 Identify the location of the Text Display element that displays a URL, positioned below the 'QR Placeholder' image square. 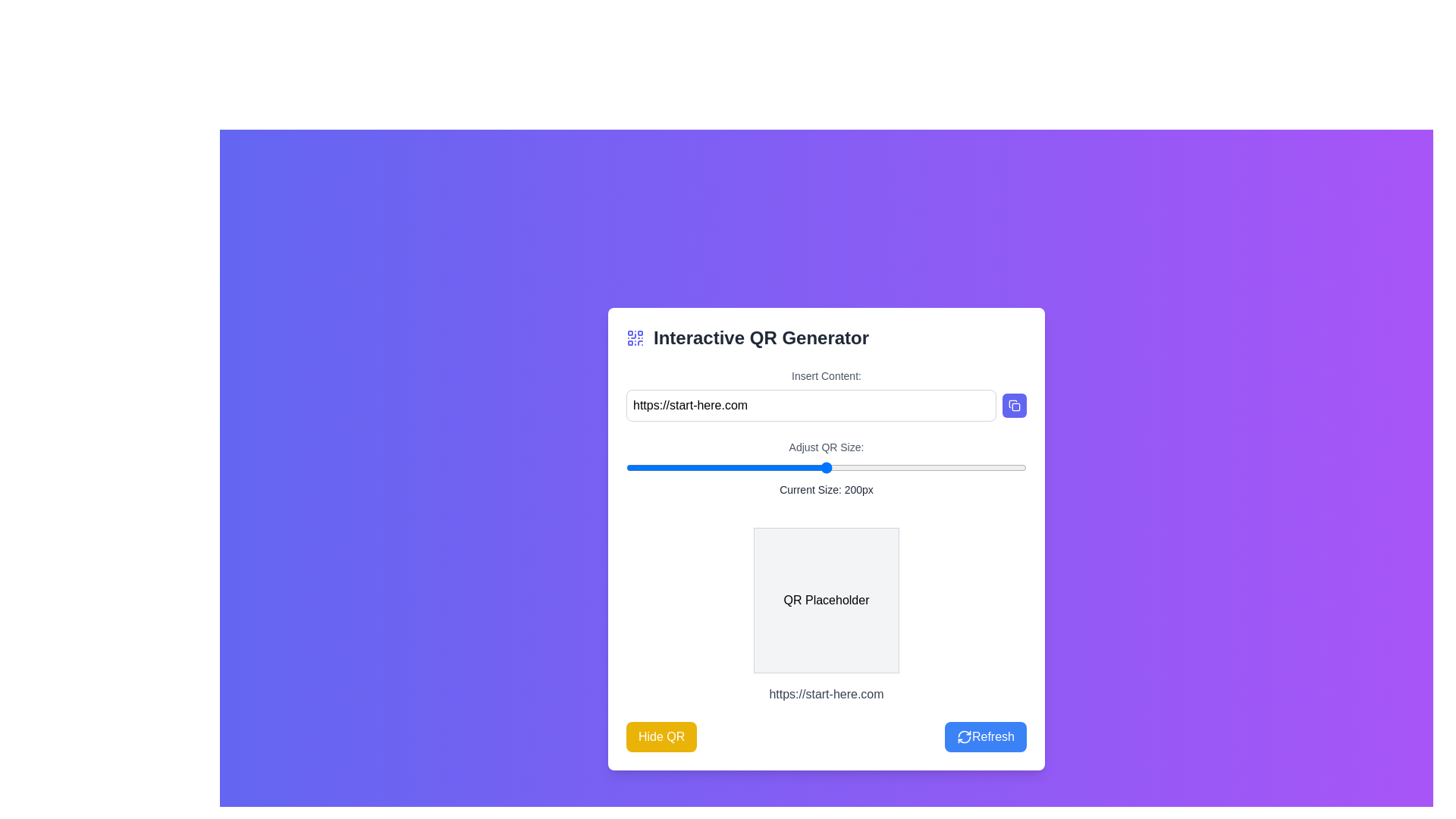
(825, 694).